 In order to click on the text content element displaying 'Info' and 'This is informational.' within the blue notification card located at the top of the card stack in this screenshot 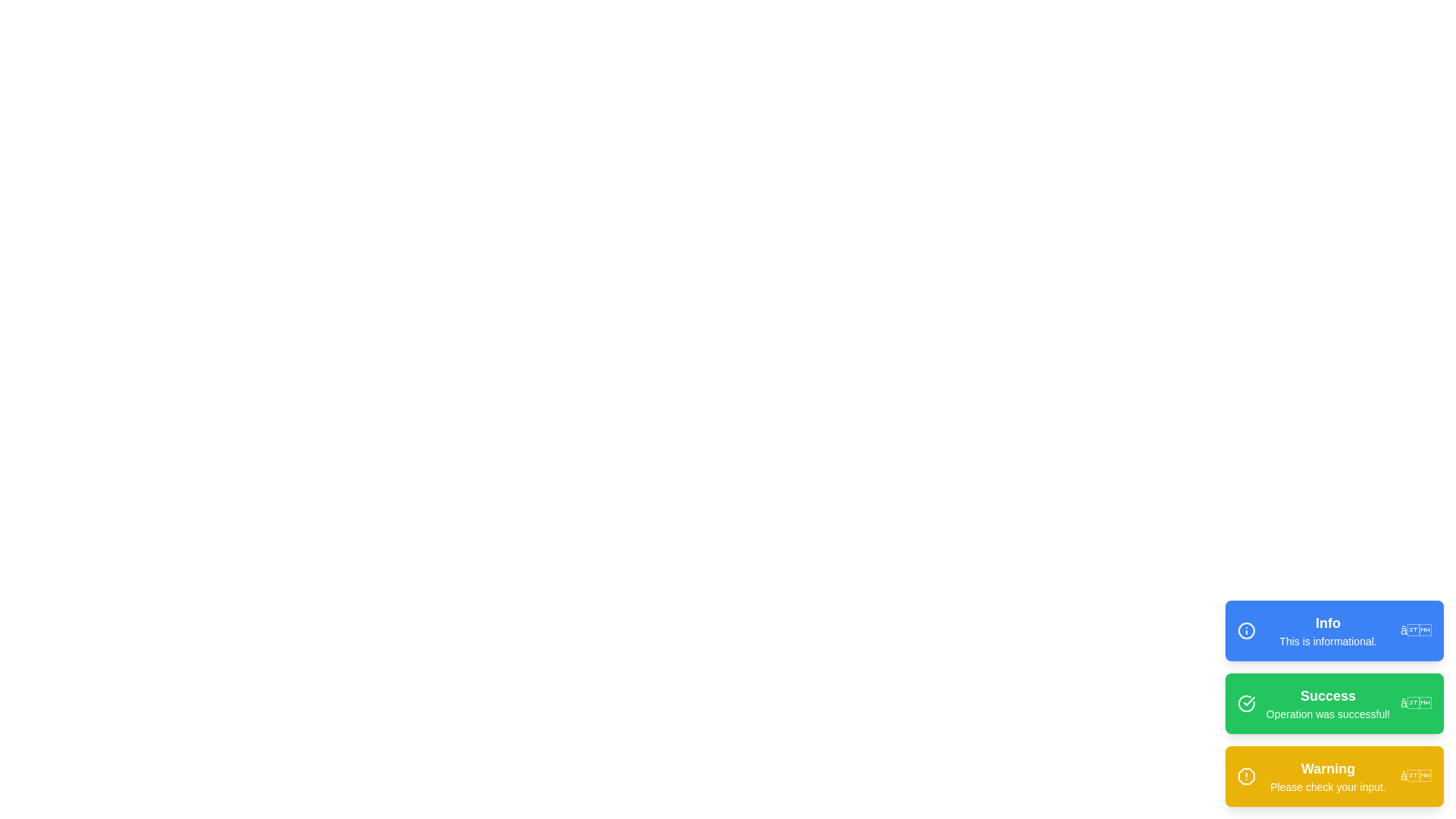, I will do `click(1327, 631)`.